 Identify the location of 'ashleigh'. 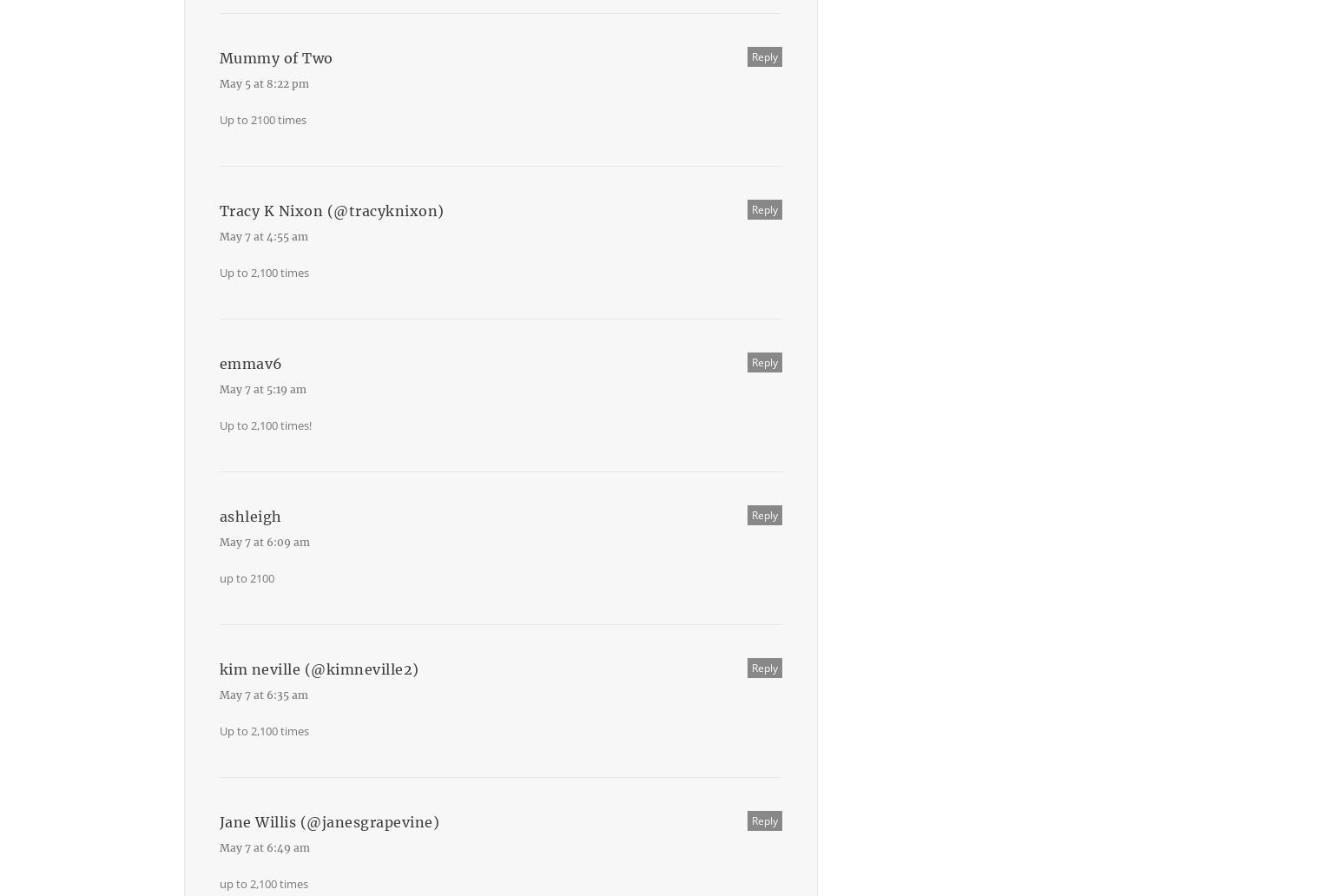
(219, 517).